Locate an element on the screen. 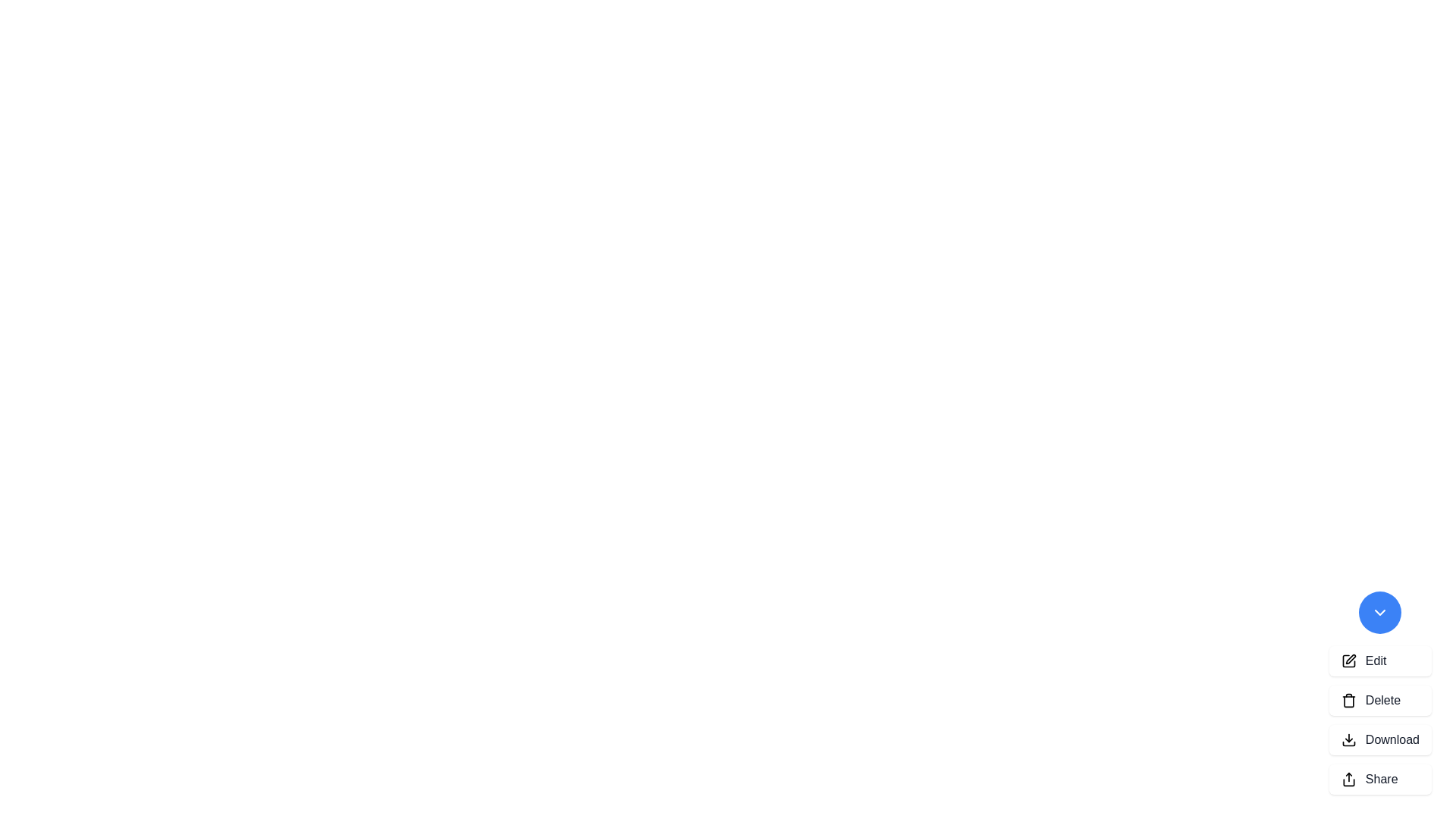  the blue button to toggle the visibility of the speed dial options is located at coordinates (1379, 611).